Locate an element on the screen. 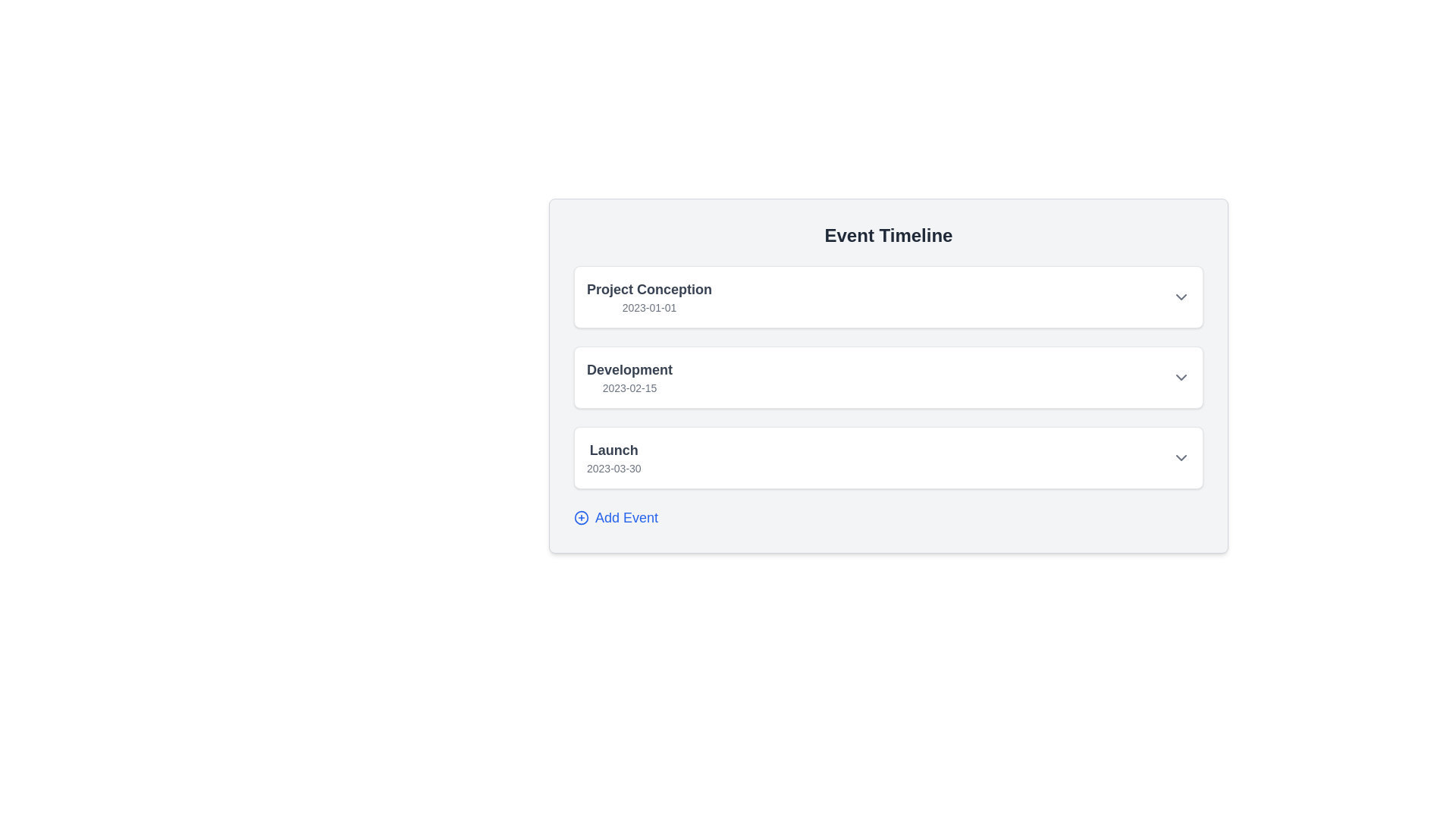 The height and width of the screenshot is (819, 1456). the text display element that denotes the event name 'Development' and its associated date '2023-02-15' in the timeline, which is positioned between 'Project Conception (2023-01-01)' and 'Launch (2023-03-30) is located at coordinates (629, 376).